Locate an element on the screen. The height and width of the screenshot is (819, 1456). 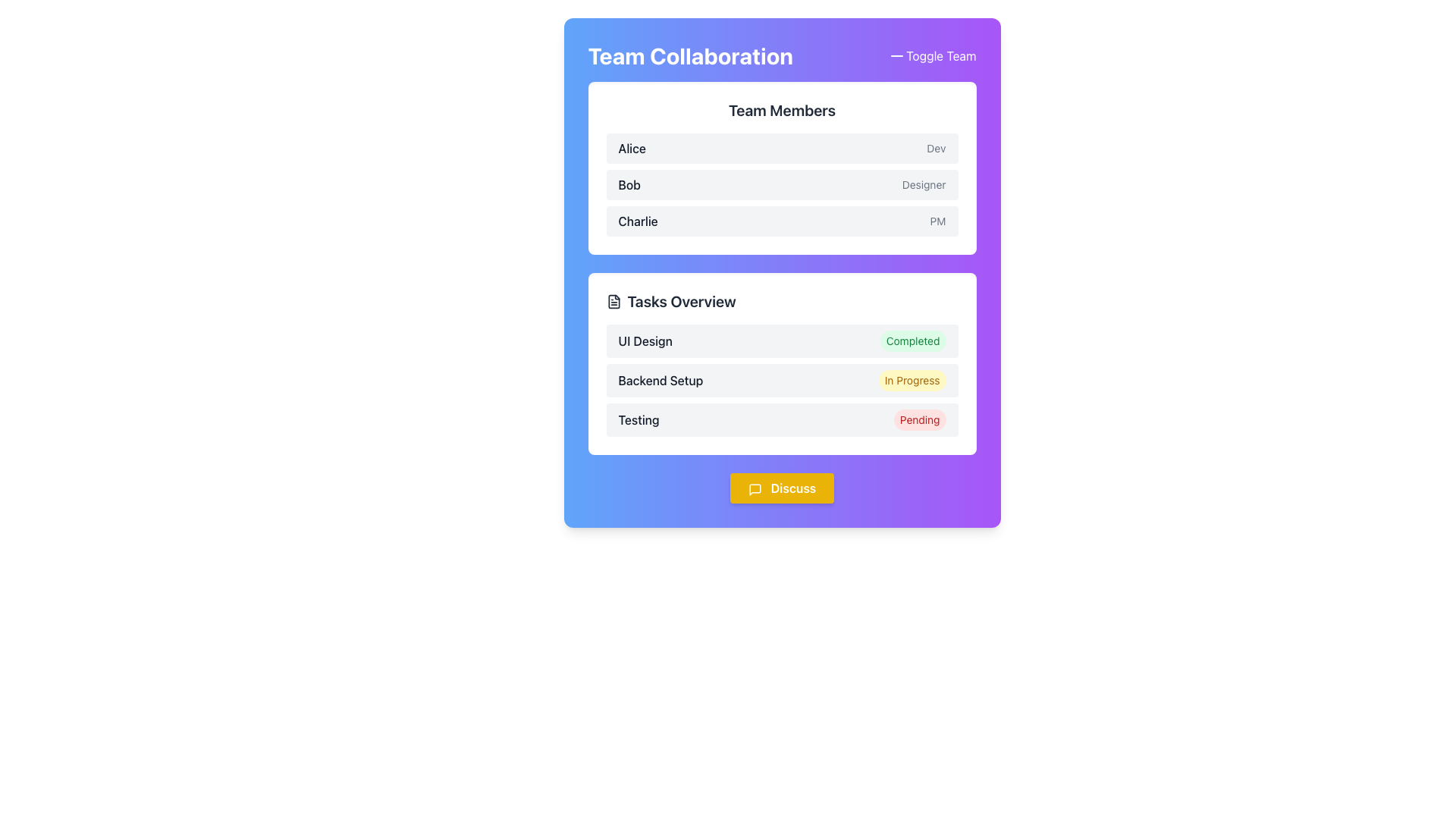
the list item displaying 'Bob Designer' in the middle row of the 'Team Members' section is located at coordinates (782, 184).